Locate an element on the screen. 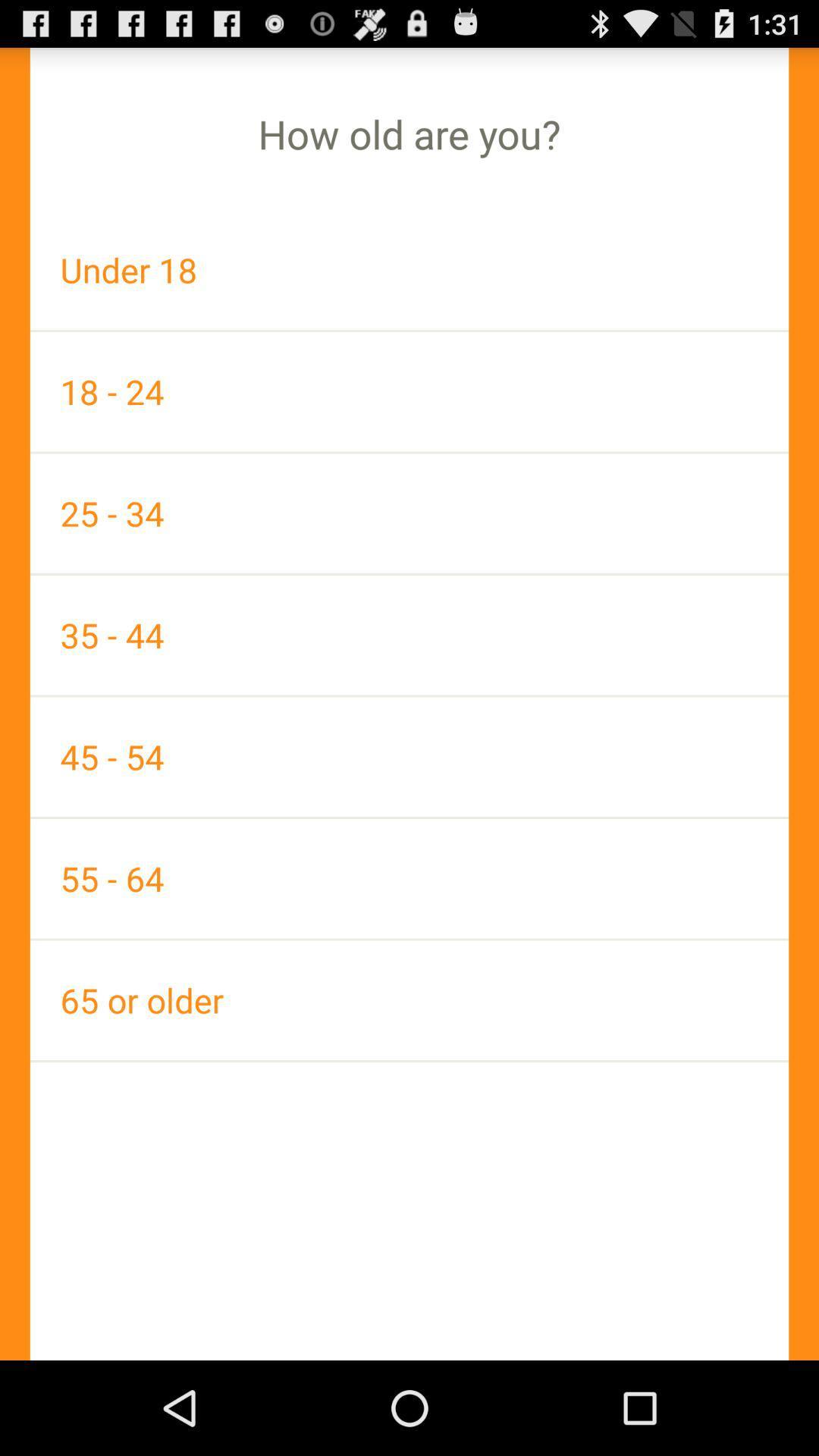  the 25 - 34 item is located at coordinates (409, 513).